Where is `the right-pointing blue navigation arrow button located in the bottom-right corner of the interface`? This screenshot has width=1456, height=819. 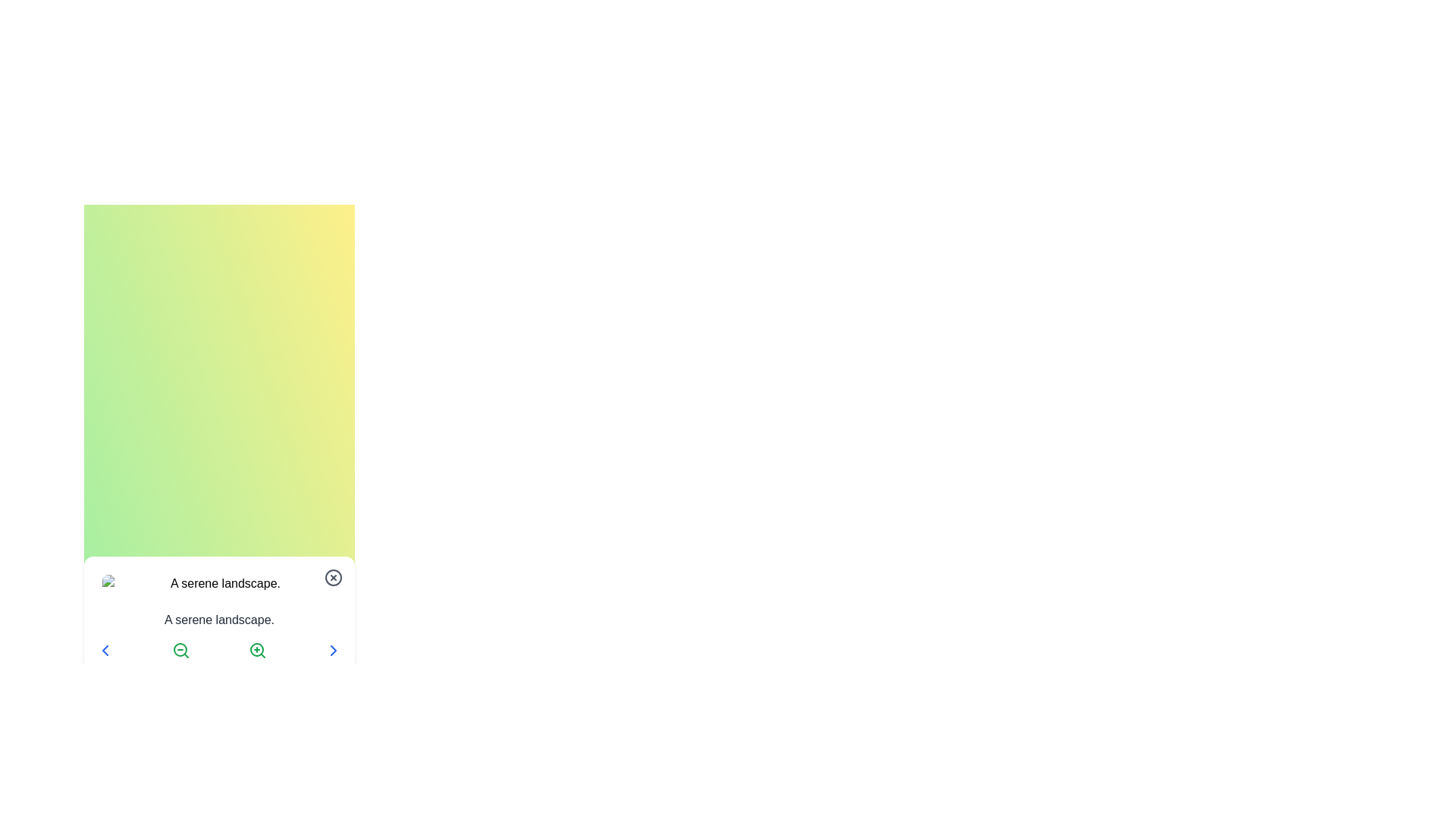
the right-pointing blue navigation arrow button located in the bottom-right corner of the interface is located at coordinates (333, 649).